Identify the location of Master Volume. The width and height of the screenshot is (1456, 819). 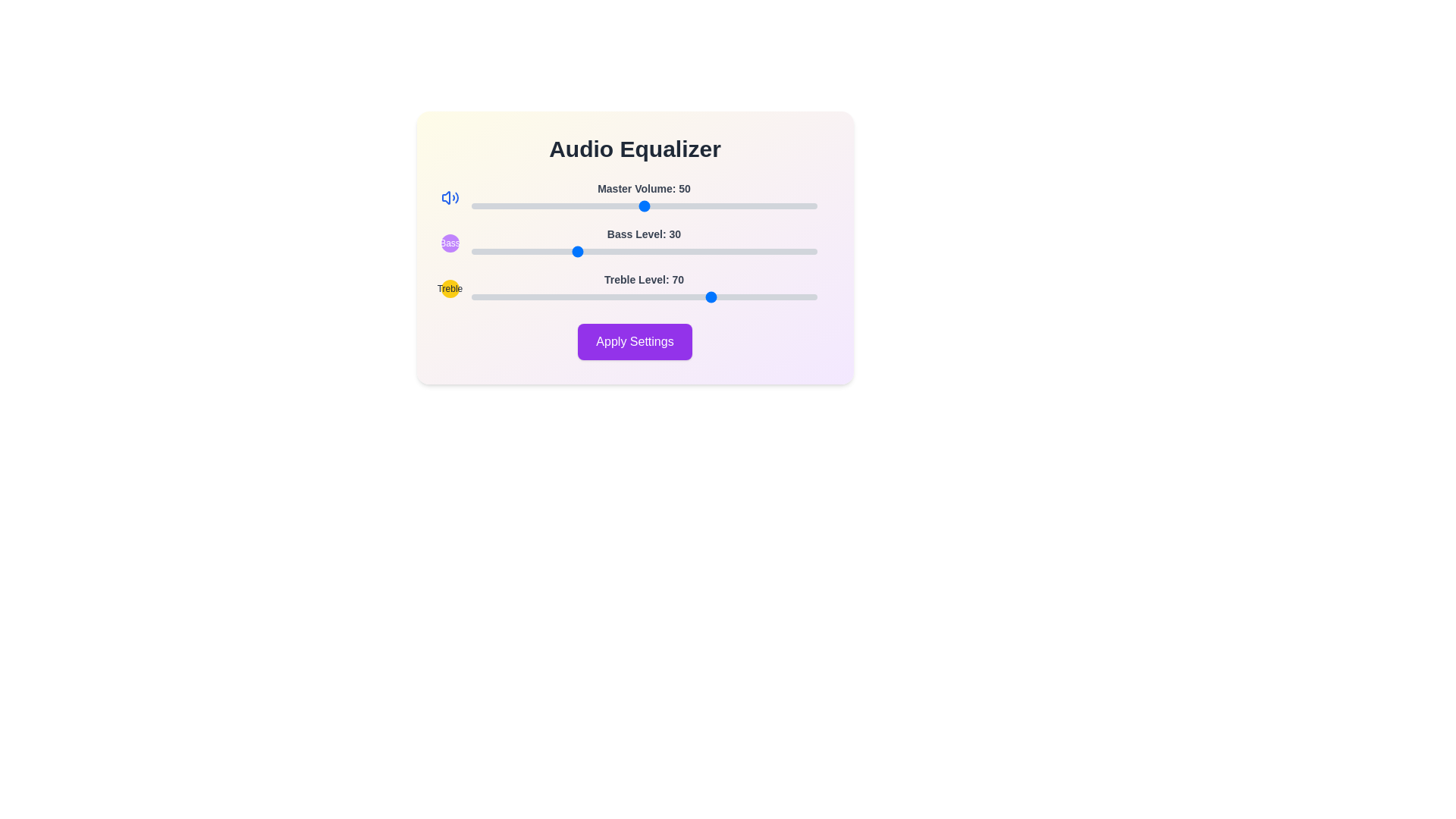
(734, 206).